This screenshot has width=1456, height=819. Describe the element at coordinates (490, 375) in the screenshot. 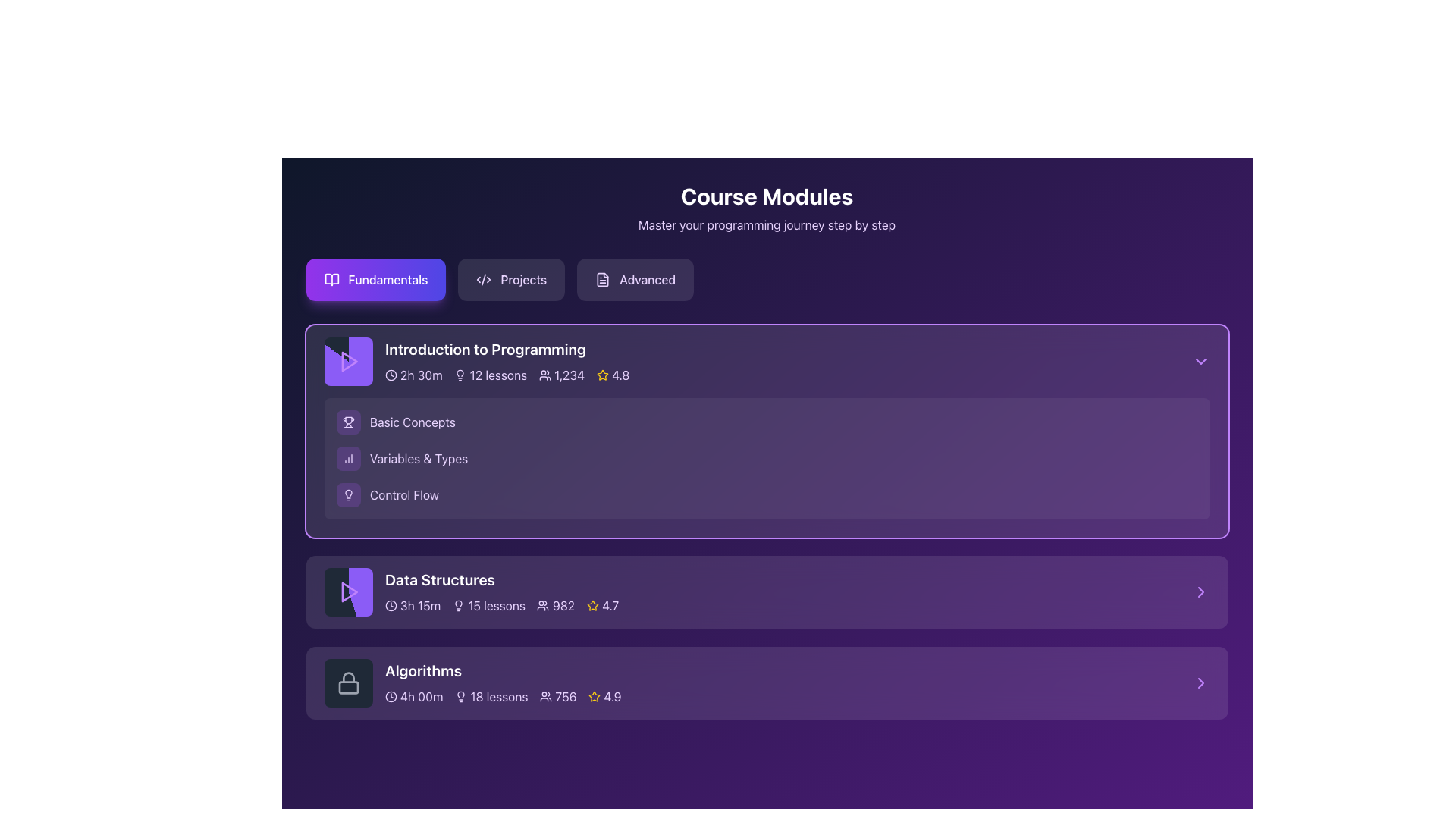

I see `the text displaying the lesson count in the 'Introduction to Programming' module, located between the duration and a statistic, which is a static, non-interactive display` at that location.